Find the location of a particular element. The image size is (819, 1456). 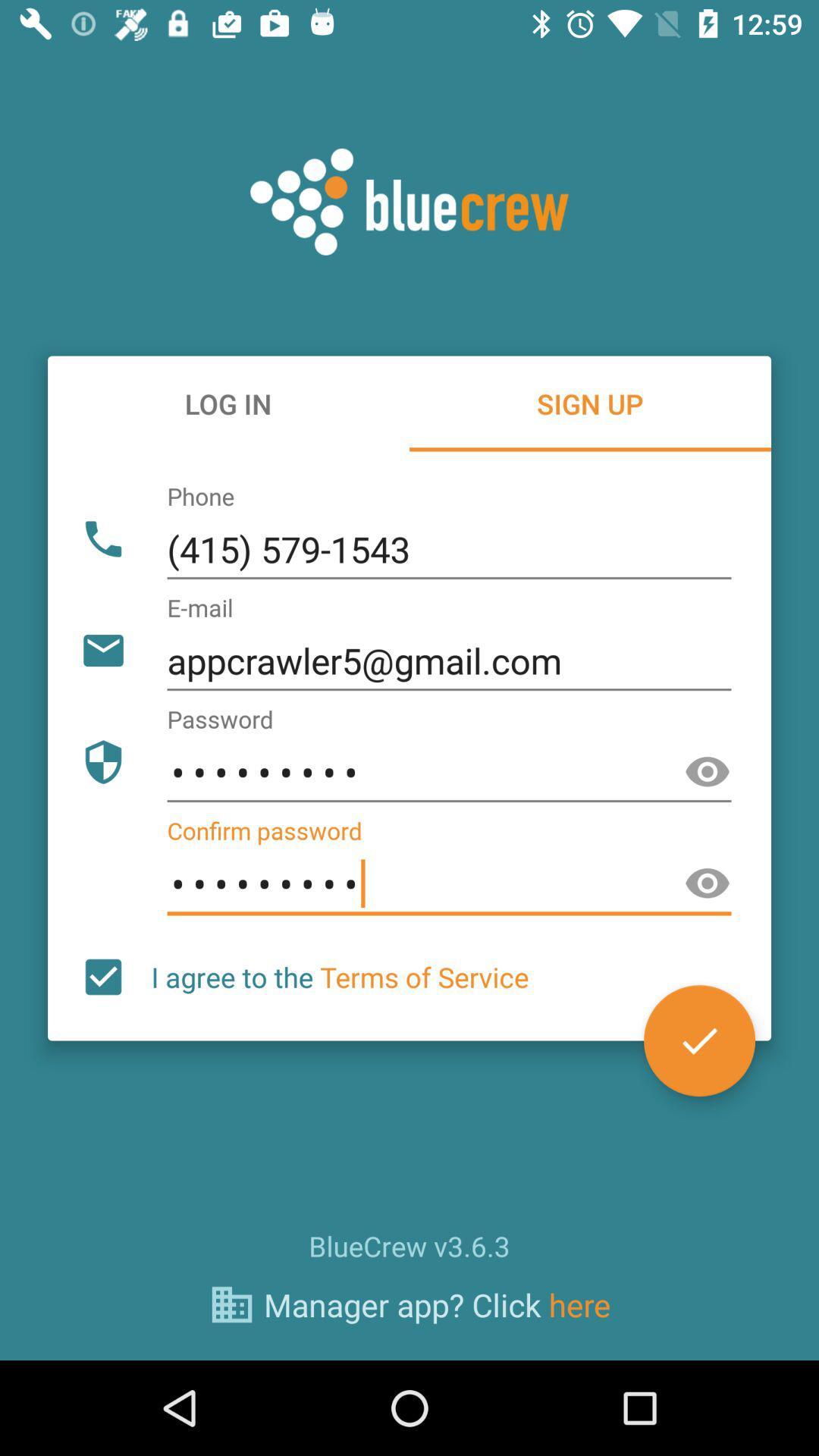

the item below log in item is located at coordinates (448, 549).